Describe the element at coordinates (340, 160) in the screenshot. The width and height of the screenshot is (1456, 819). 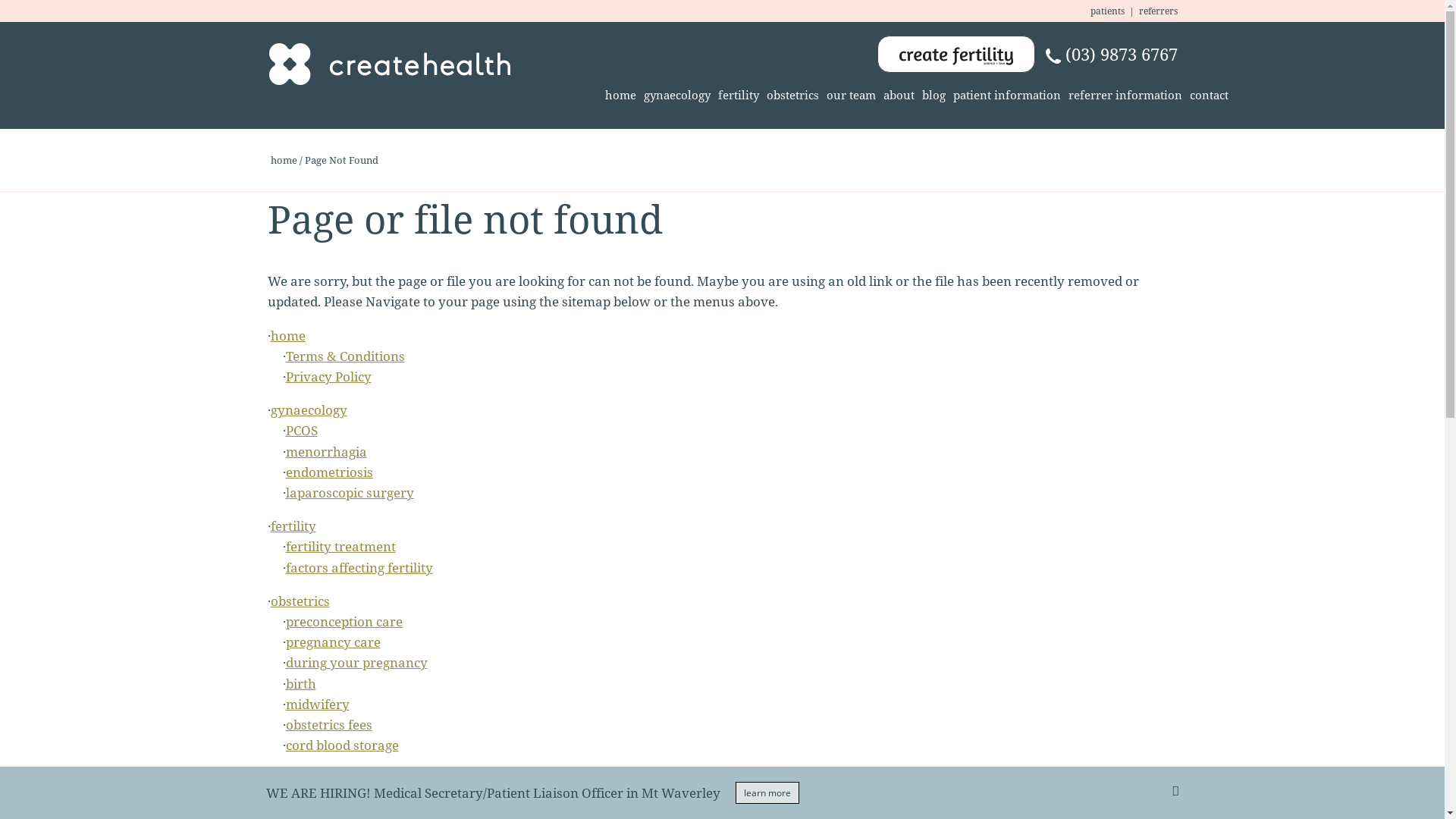
I see `'Page Not Found'` at that location.